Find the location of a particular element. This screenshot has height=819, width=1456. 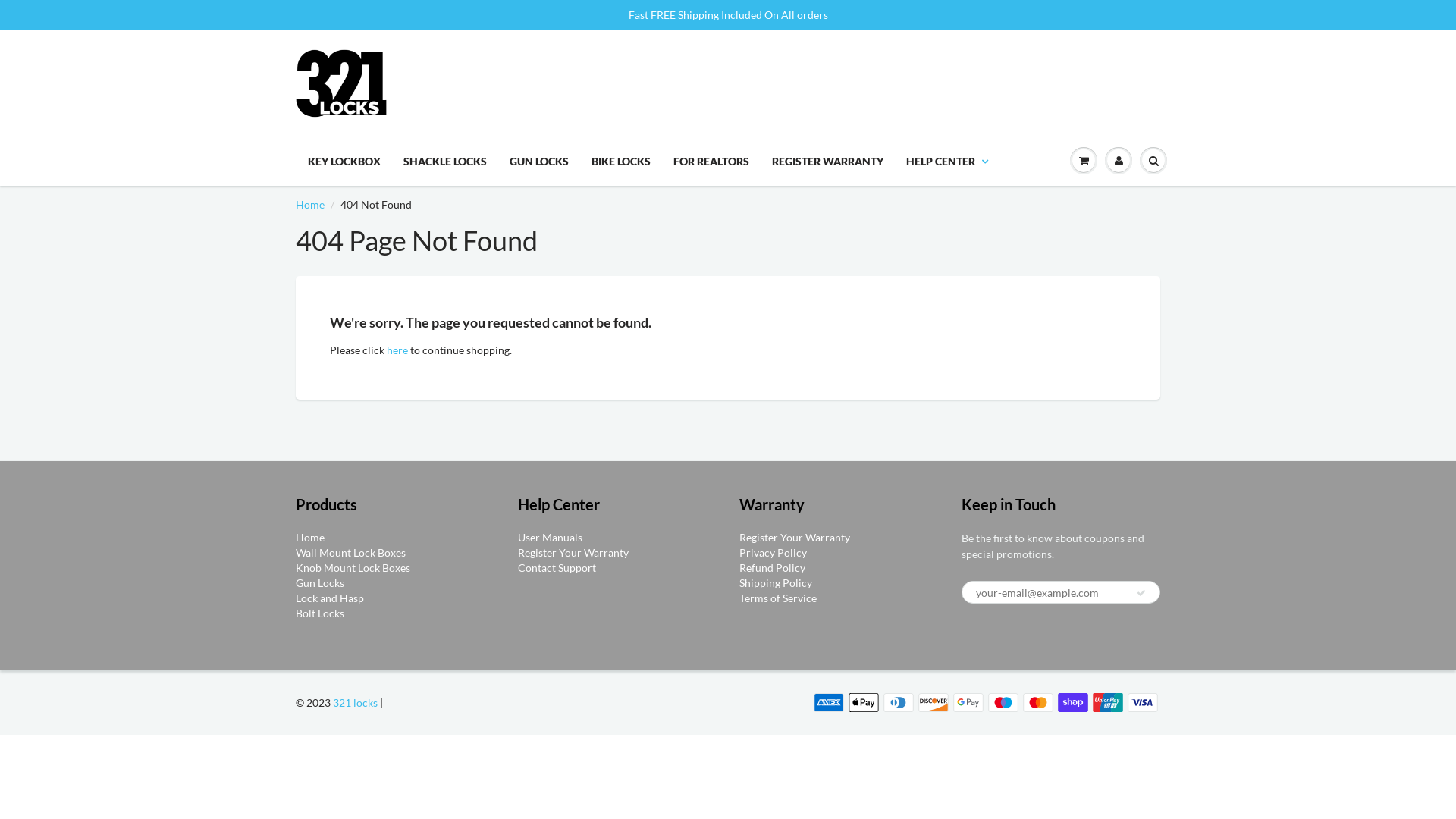

'Knob Mount Lock Boxes' is located at coordinates (352, 567).